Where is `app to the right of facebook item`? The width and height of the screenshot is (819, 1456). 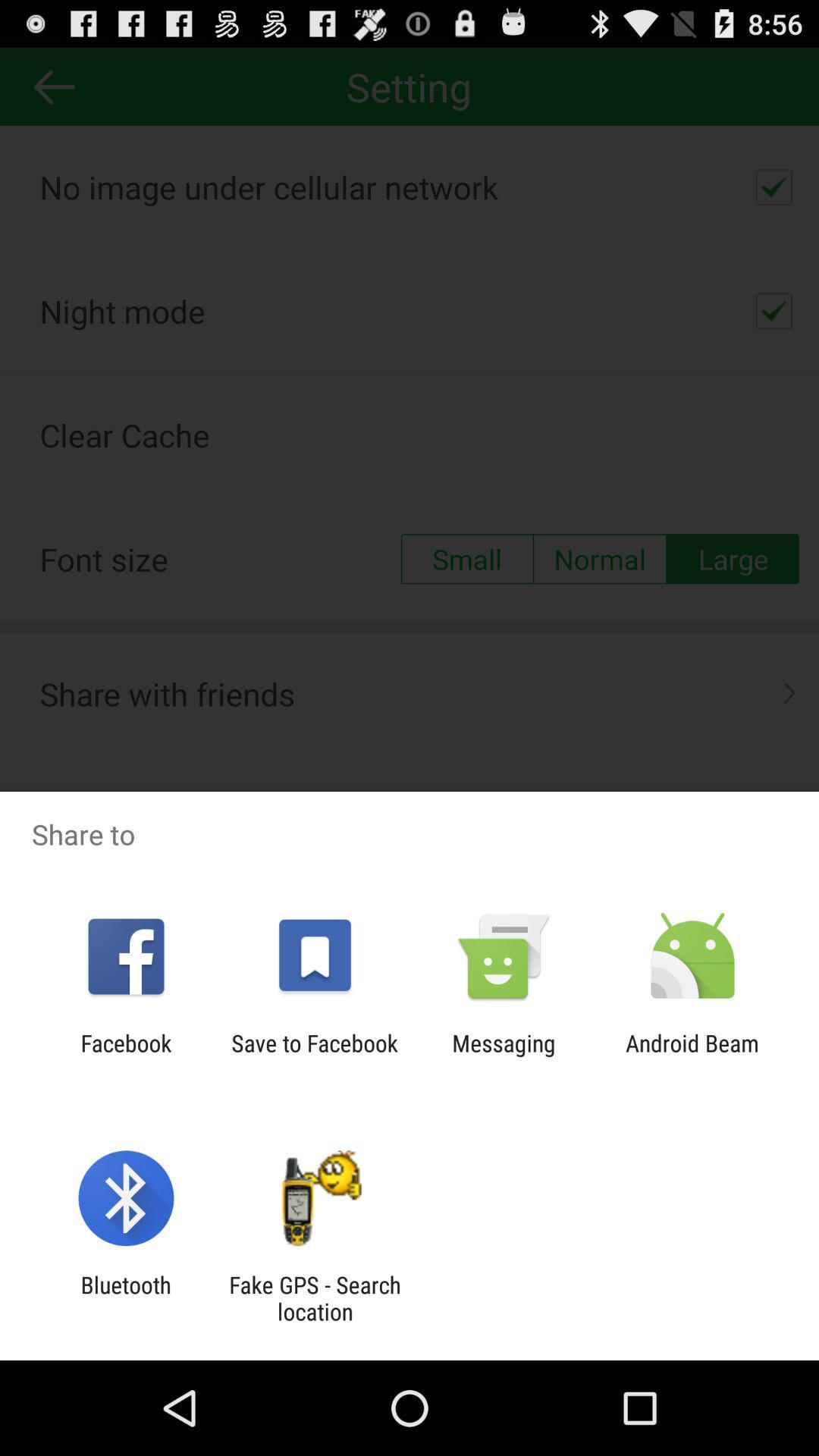
app to the right of facebook item is located at coordinates (314, 1056).